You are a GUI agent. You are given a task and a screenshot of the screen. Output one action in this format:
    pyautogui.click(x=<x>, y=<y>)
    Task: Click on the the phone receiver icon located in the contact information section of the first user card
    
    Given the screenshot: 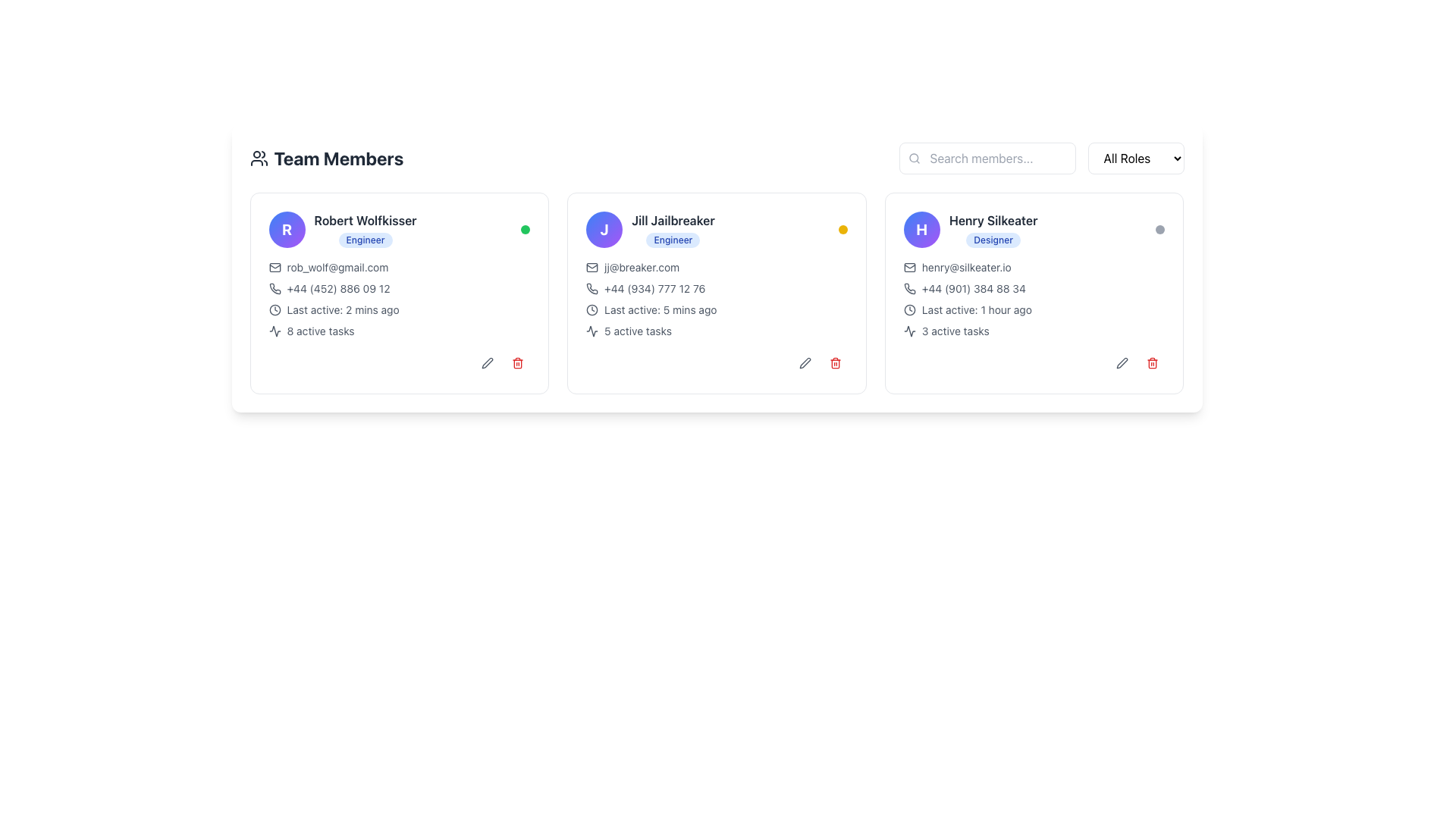 What is the action you would take?
    pyautogui.click(x=275, y=289)
    